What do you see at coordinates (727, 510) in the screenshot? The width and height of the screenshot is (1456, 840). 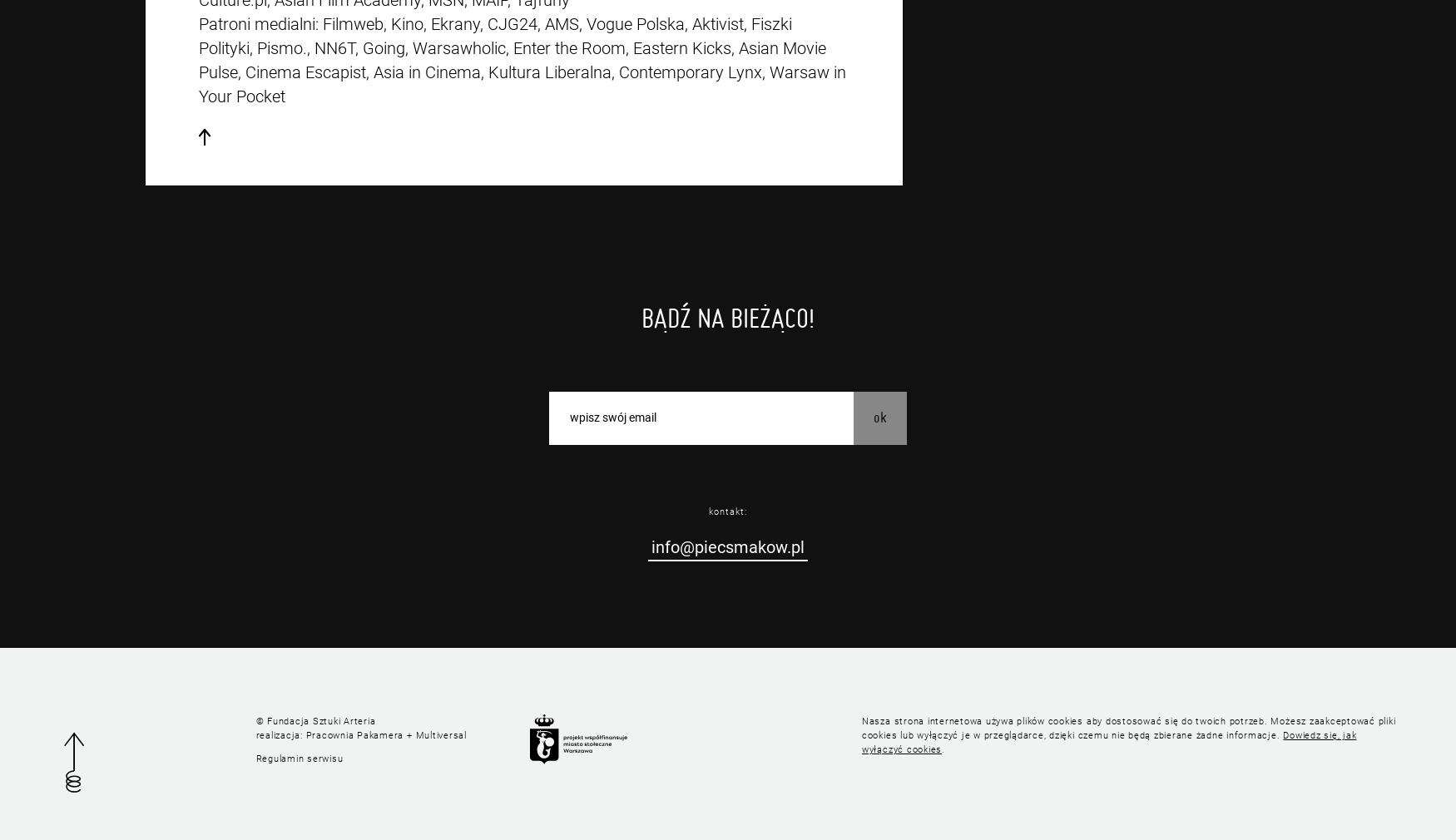 I see `'kontakt:'` at bounding box center [727, 510].